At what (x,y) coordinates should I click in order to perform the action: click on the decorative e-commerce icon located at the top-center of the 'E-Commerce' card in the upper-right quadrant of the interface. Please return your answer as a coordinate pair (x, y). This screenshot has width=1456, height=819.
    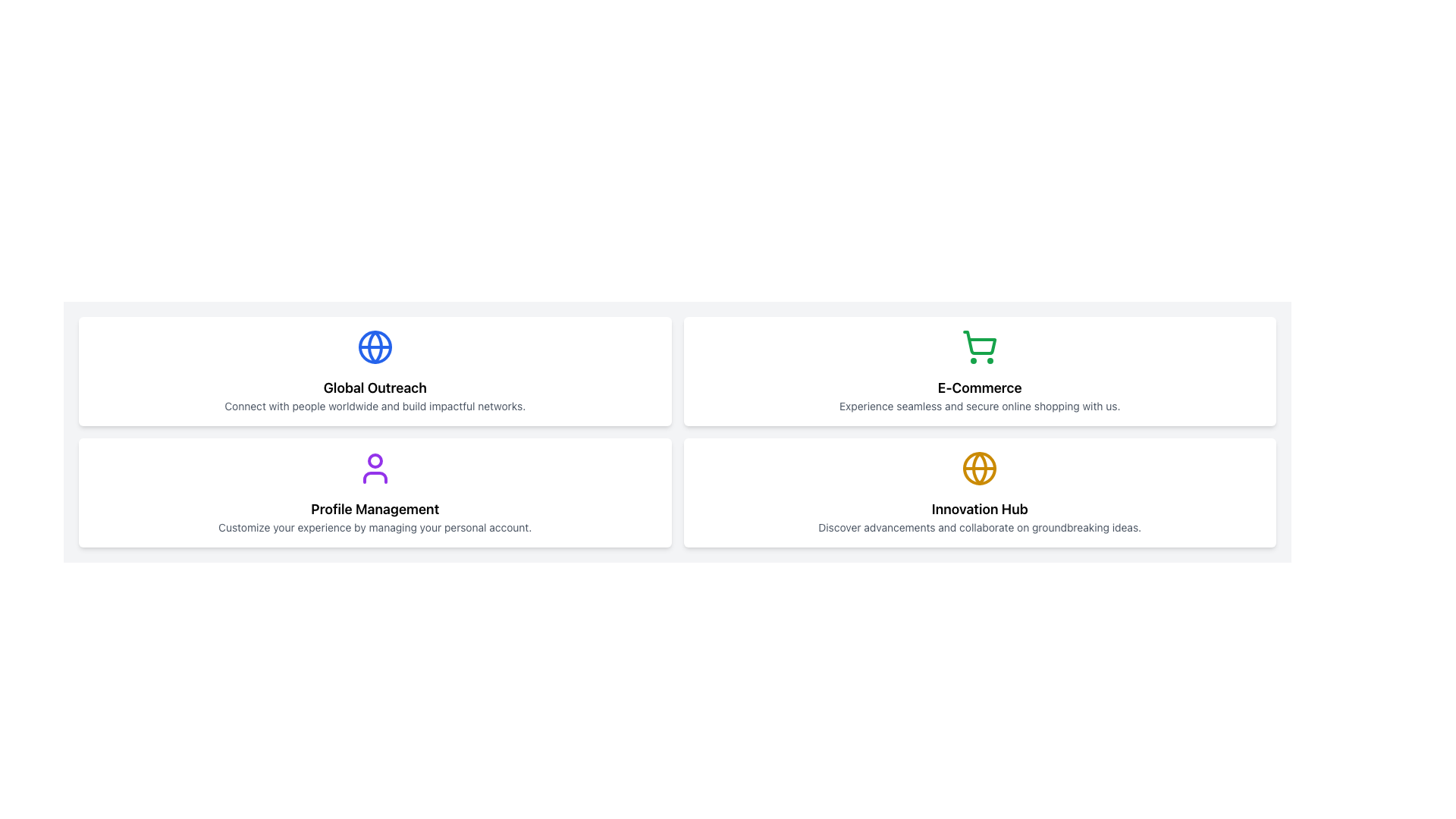
    Looking at the image, I should click on (980, 347).